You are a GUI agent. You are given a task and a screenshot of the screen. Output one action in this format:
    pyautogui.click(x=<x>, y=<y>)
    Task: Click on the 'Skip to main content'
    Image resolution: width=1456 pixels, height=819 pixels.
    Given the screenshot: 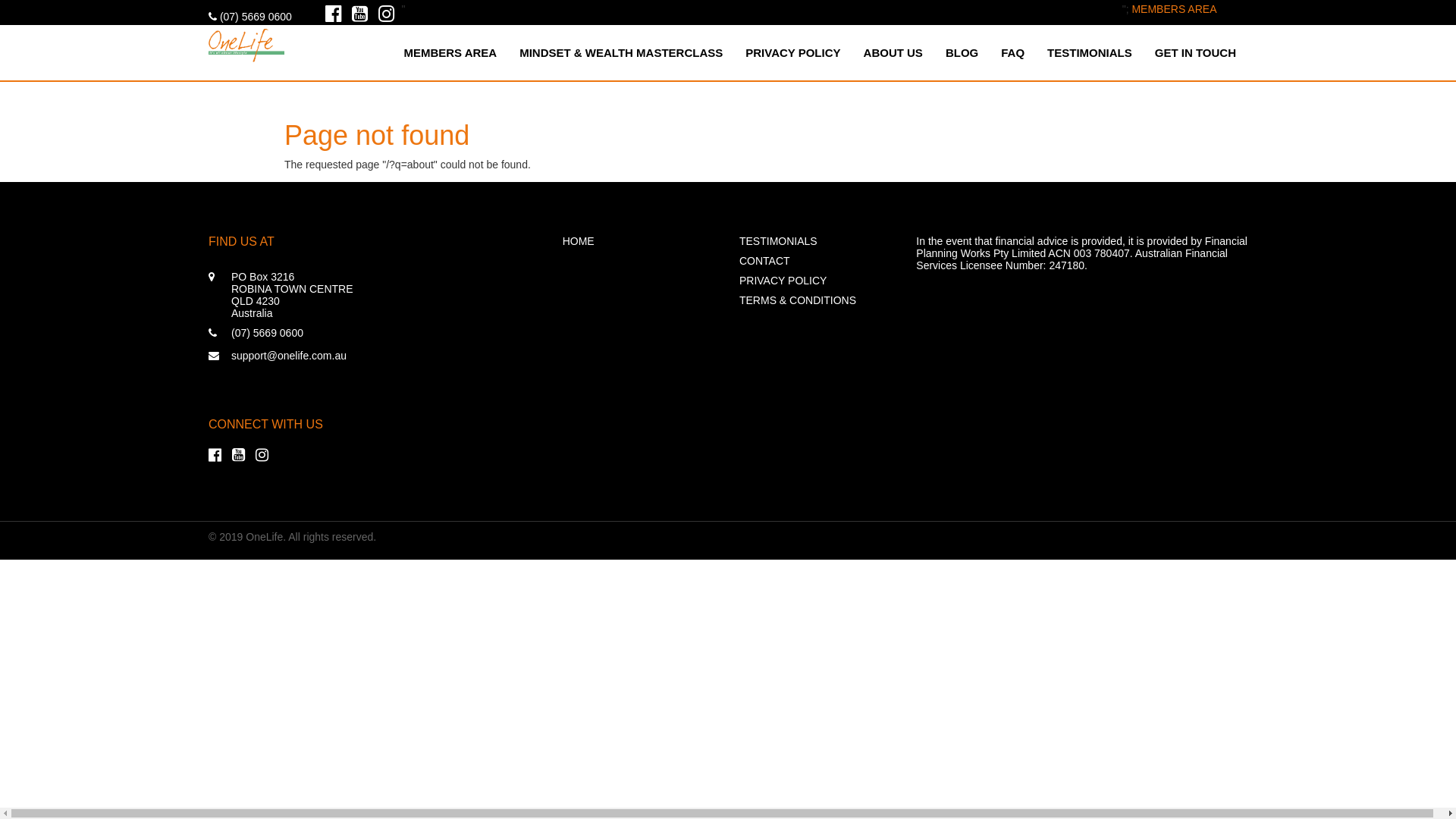 What is the action you would take?
    pyautogui.click(x=48, y=0)
    